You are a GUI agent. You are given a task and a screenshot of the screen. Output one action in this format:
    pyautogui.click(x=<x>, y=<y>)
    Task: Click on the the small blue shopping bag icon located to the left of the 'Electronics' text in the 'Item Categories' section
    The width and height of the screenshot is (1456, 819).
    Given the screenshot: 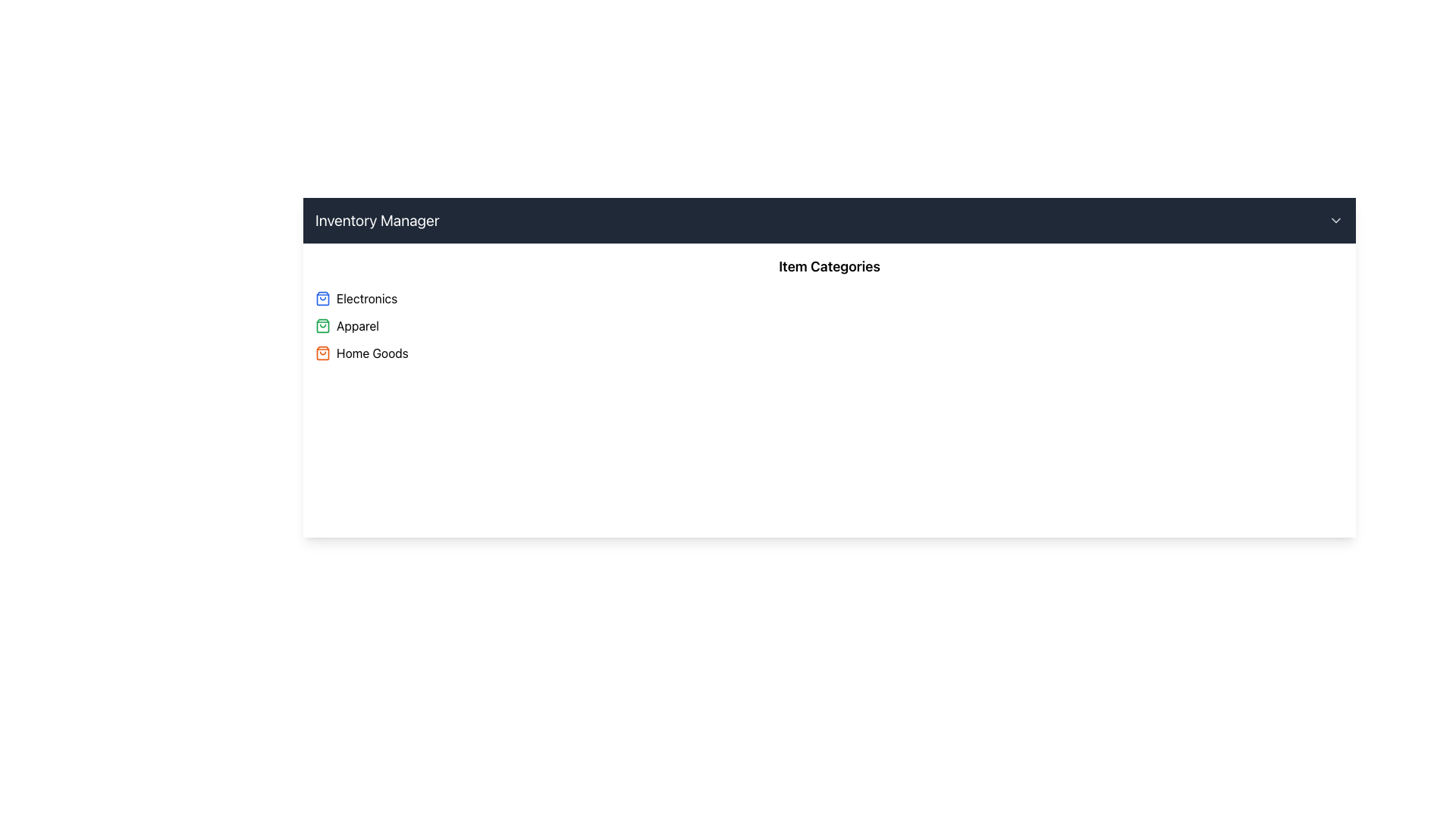 What is the action you would take?
    pyautogui.click(x=322, y=298)
    